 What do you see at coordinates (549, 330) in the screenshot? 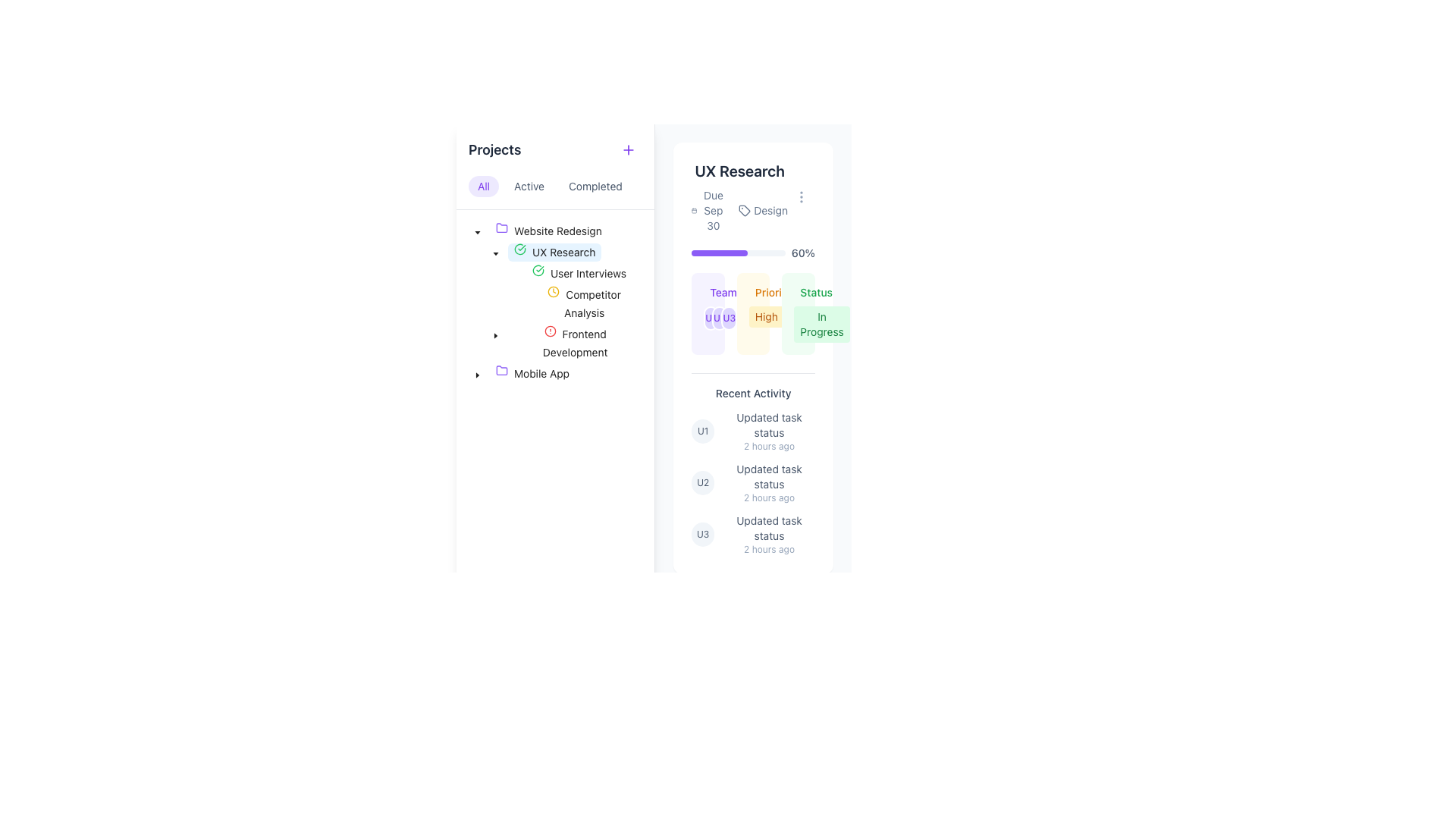
I see `the Alert icon representing notifications within the 'UX Research' tree structure, adjacent to 'User Interviews' and 'Competitor Analysis'` at bounding box center [549, 330].